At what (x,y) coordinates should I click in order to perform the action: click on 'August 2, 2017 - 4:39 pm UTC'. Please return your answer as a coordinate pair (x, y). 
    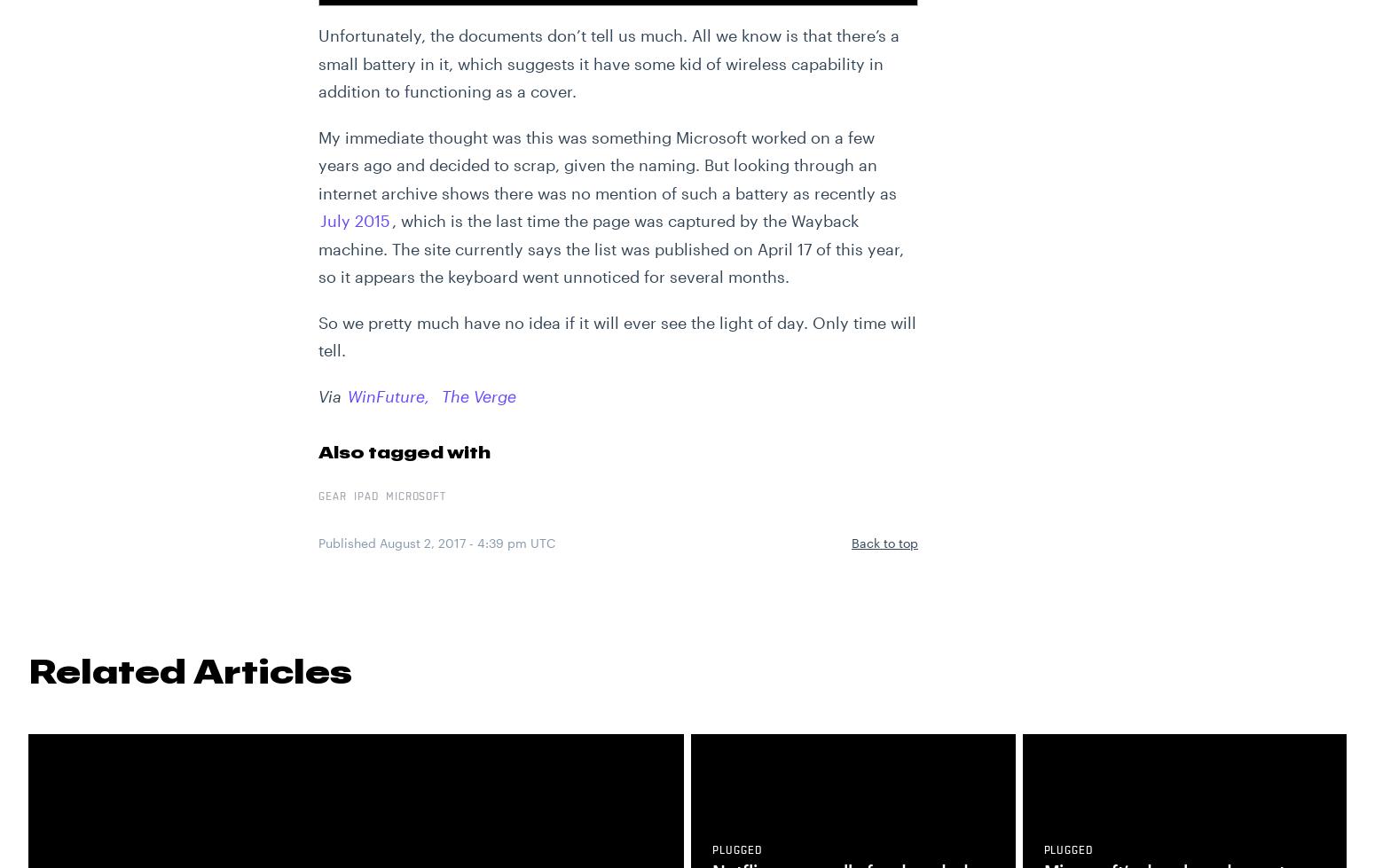
    Looking at the image, I should click on (467, 542).